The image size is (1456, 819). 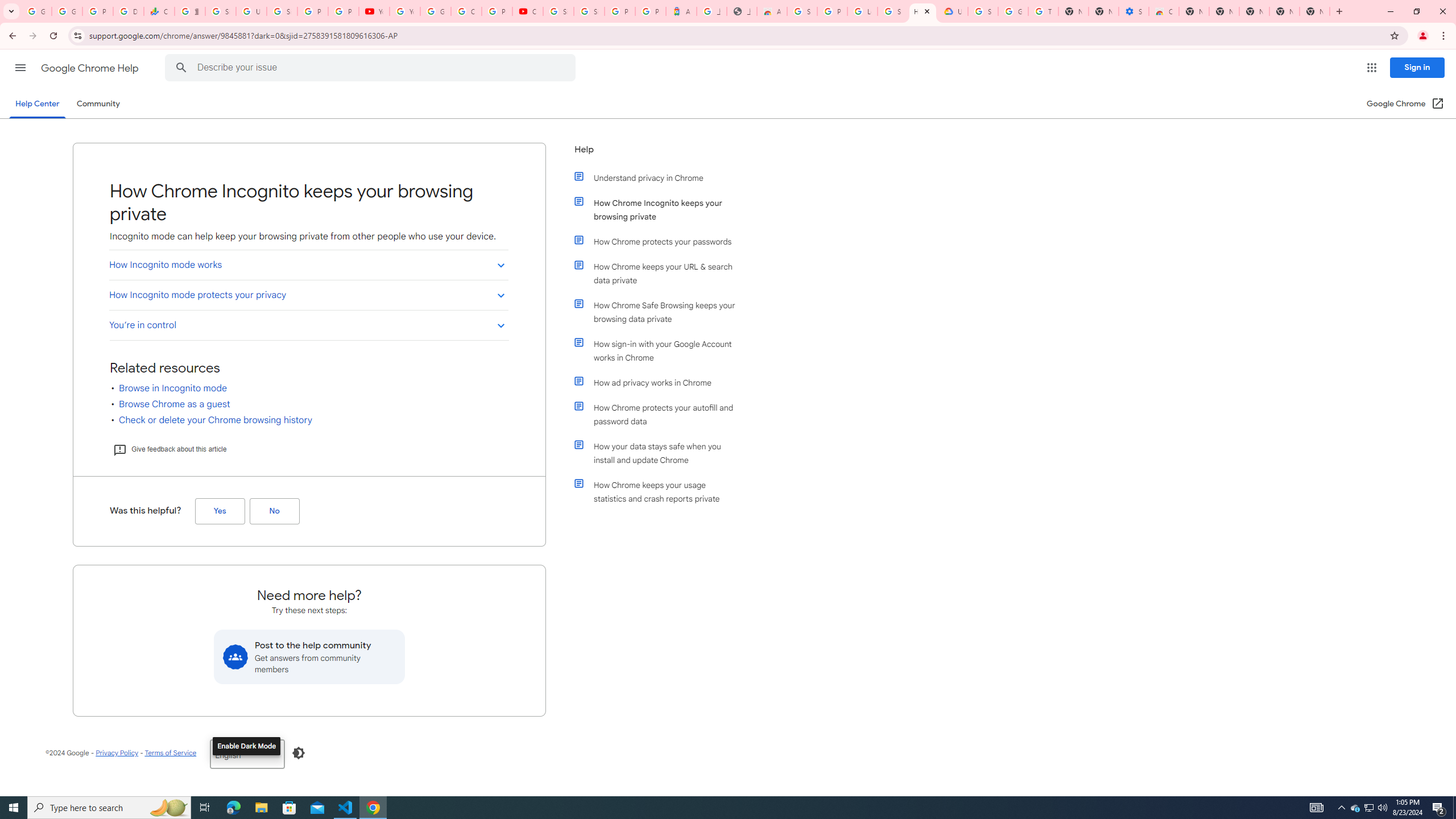 I want to click on 'Google Workspace Admin Community', so click(x=36, y=11).